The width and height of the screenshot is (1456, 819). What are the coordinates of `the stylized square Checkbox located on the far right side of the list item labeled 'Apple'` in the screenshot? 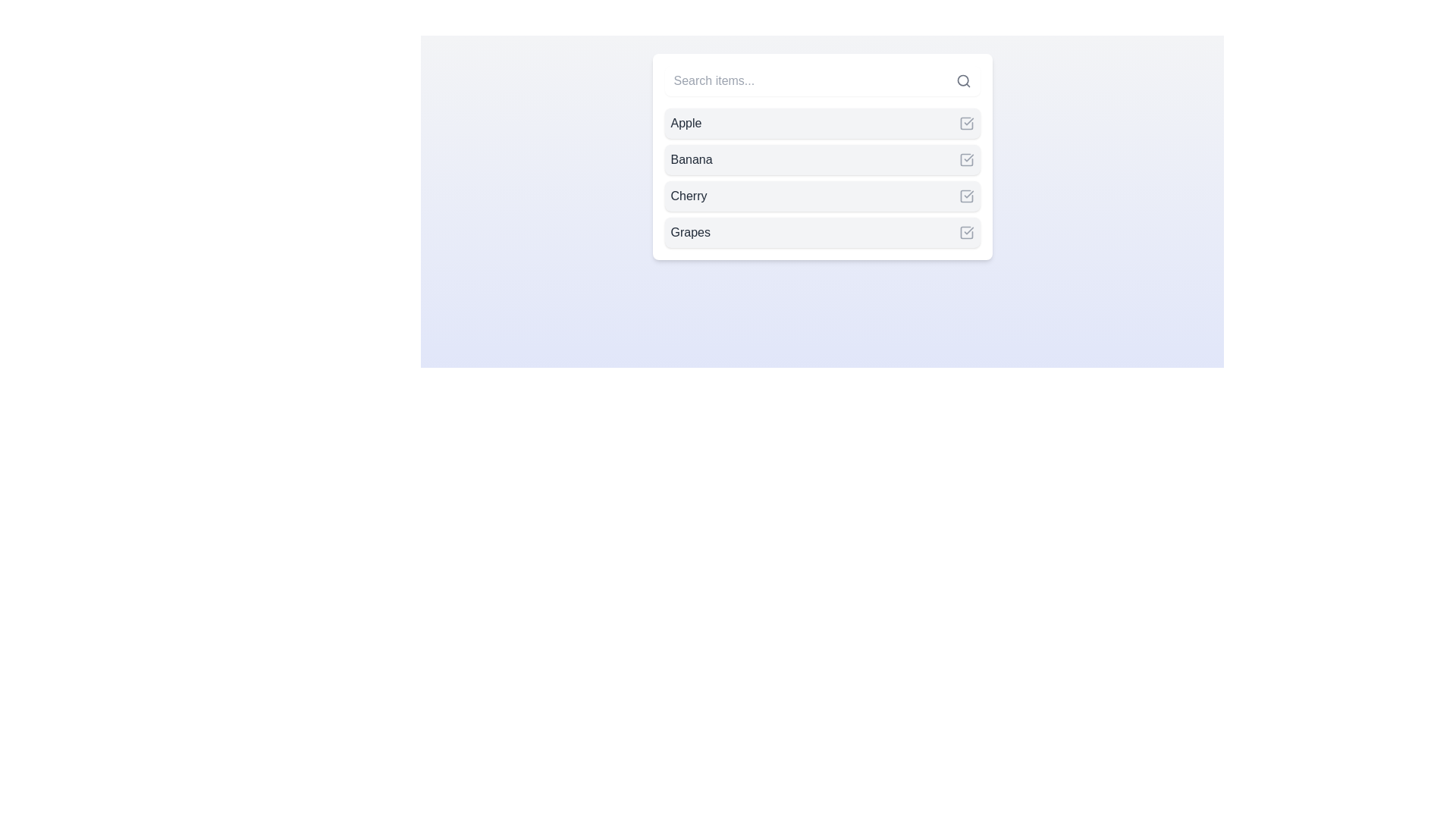 It's located at (965, 122).